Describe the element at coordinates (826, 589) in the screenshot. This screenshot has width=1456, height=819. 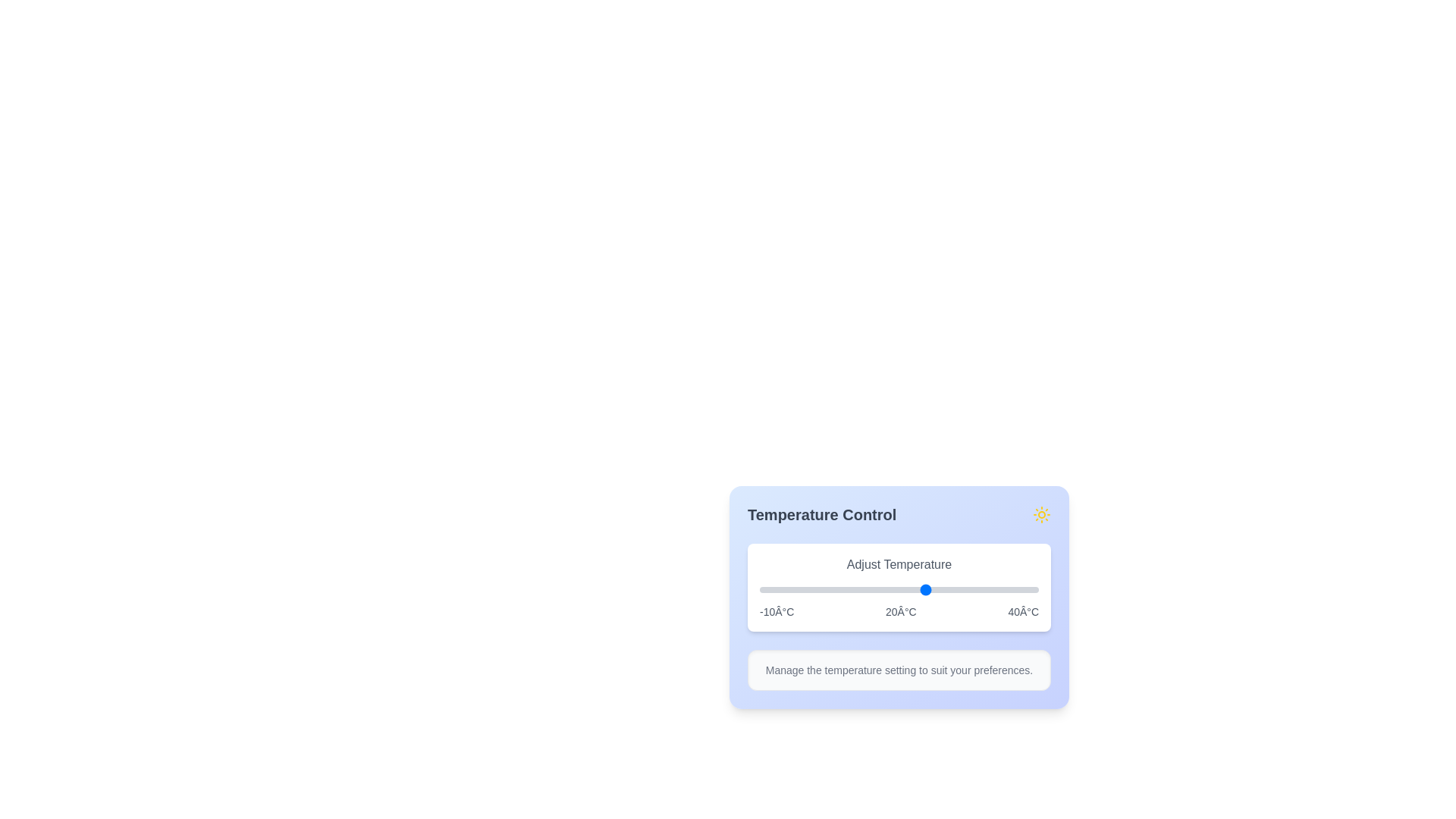
I see `the slider to set the temperature to 2°C` at that location.